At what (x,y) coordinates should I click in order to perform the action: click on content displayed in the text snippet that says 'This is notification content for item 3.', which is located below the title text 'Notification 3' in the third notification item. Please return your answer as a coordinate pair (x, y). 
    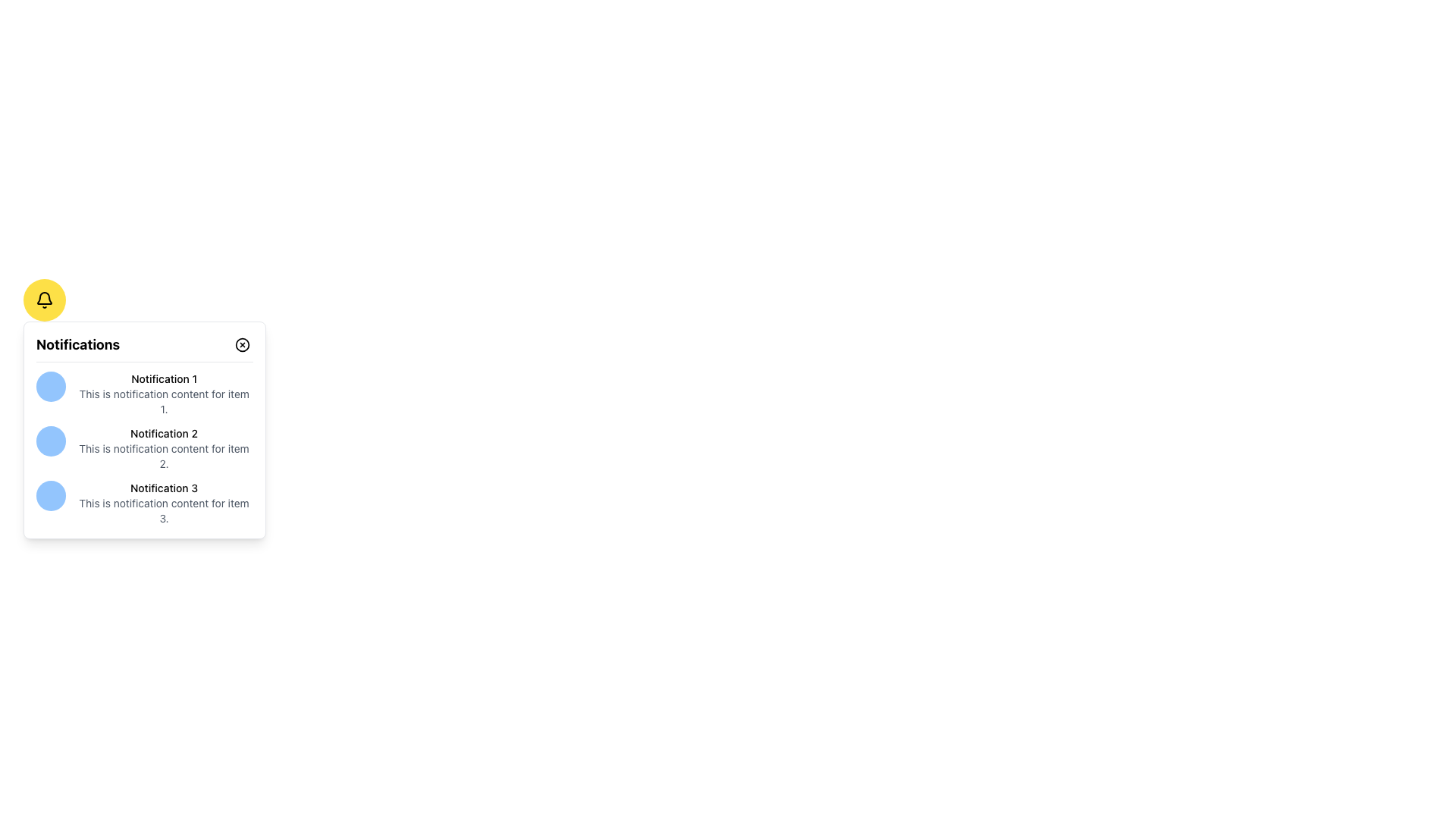
    Looking at the image, I should click on (164, 511).